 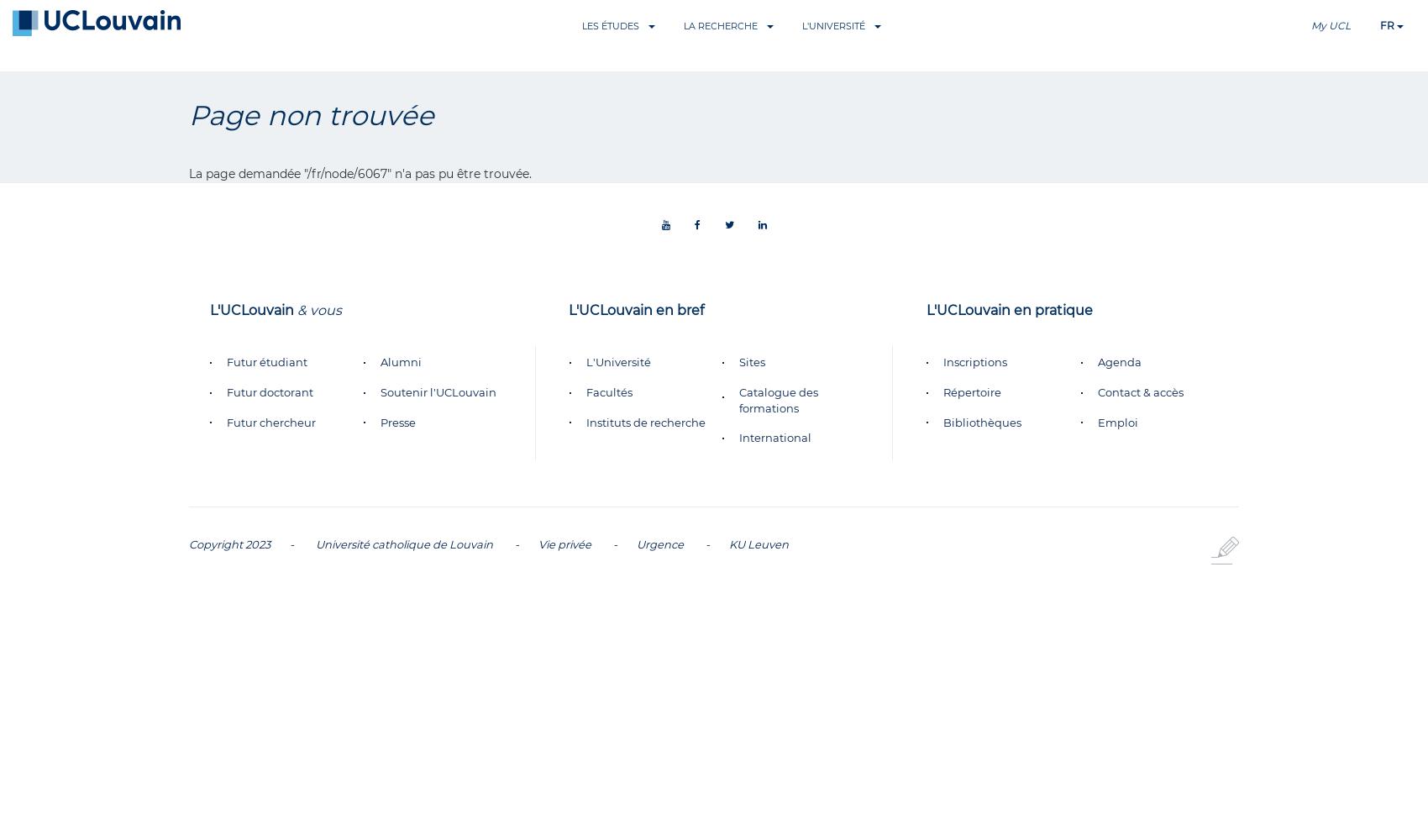 What do you see at coordinates (832, 26) in the screenshot?
I see `'L'université'` at bounding box center [832, 26].